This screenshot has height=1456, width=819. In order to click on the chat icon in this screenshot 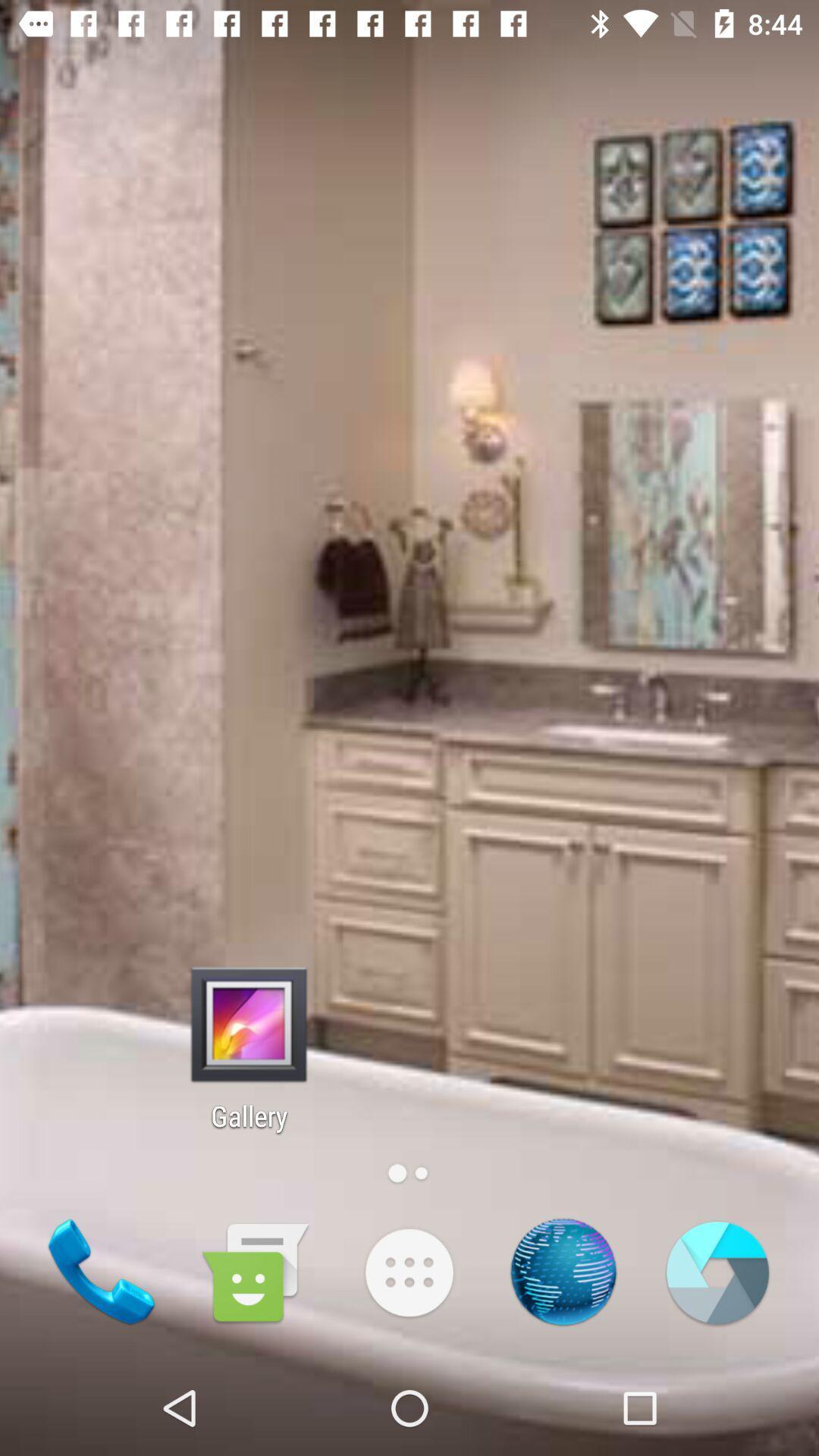, I will do `click(253, 1265)`.